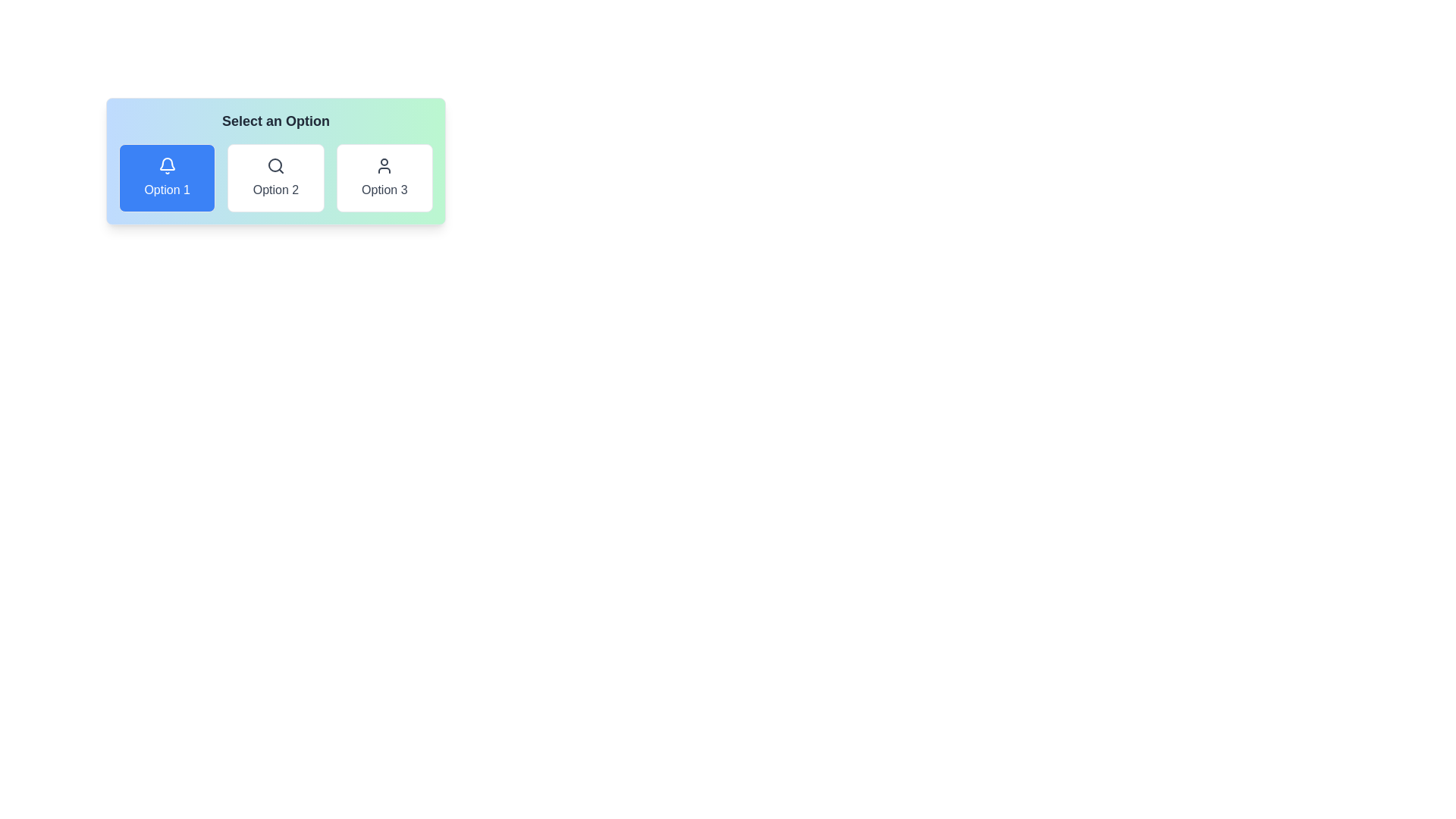  Describe the element at coordinates (167, 189) in the screenshot. I see `the text label reading 'Option 1' in white font color, which is located within the leftmost blue rectangular button of a group of three buttons under the 'Select an Option' header` at that location.